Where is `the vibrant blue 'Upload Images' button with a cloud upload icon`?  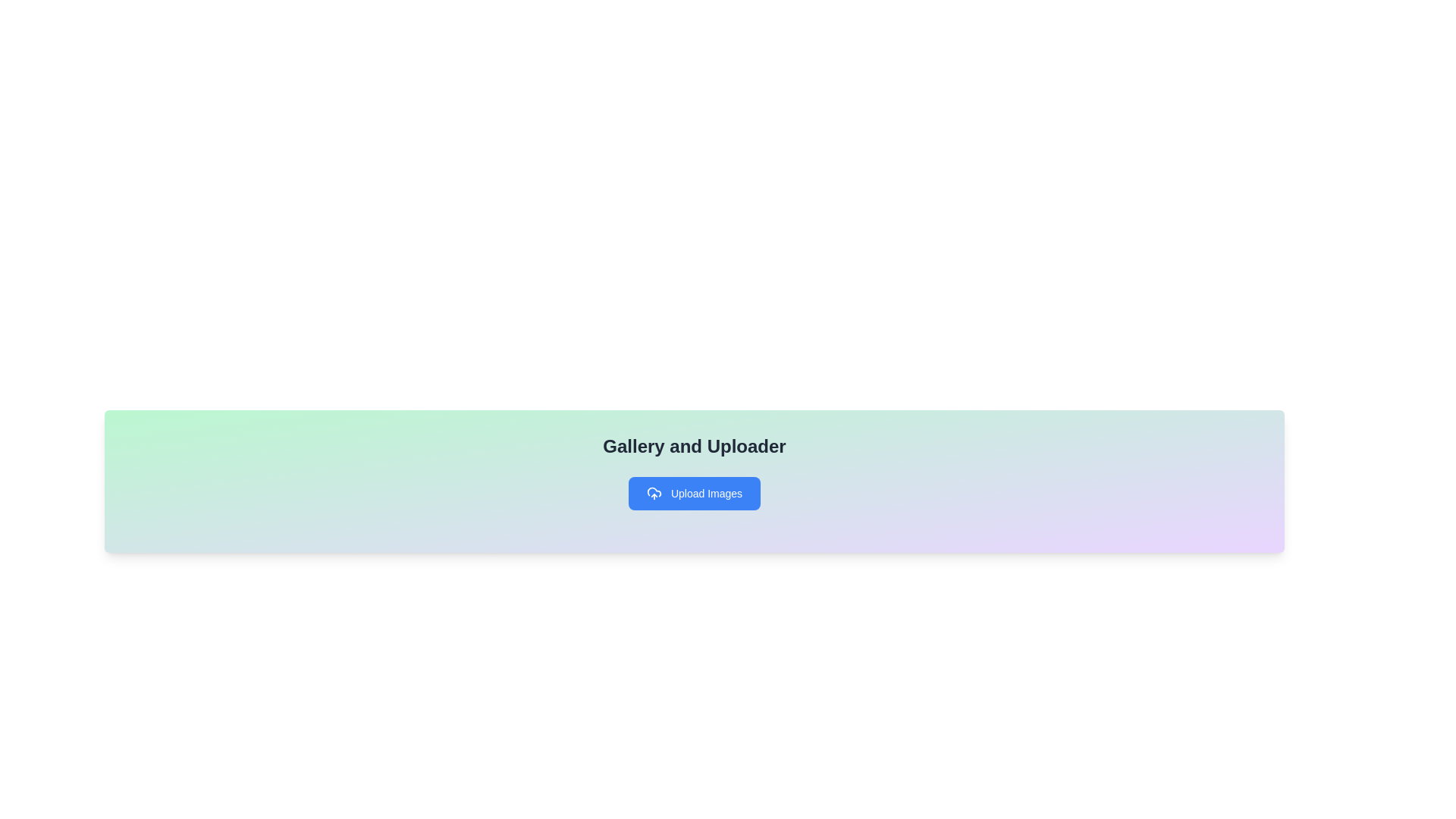 the vibrant blue 'Upload Images' button with a cloud upload icon is located at coordinates (694, 494).